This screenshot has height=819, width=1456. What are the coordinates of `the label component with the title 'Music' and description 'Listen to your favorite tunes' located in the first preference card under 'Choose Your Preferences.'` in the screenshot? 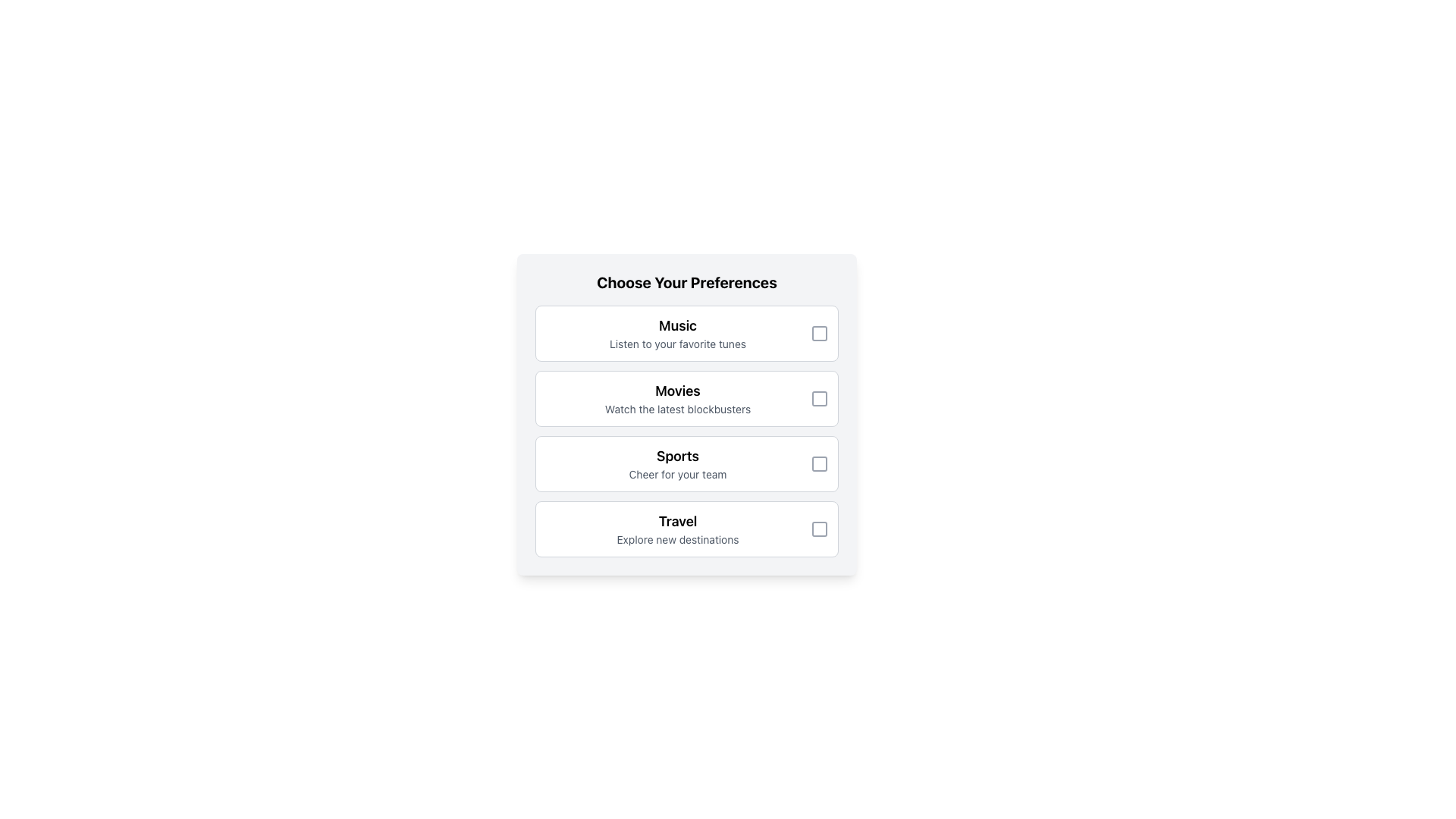 It's located at (676, 332).